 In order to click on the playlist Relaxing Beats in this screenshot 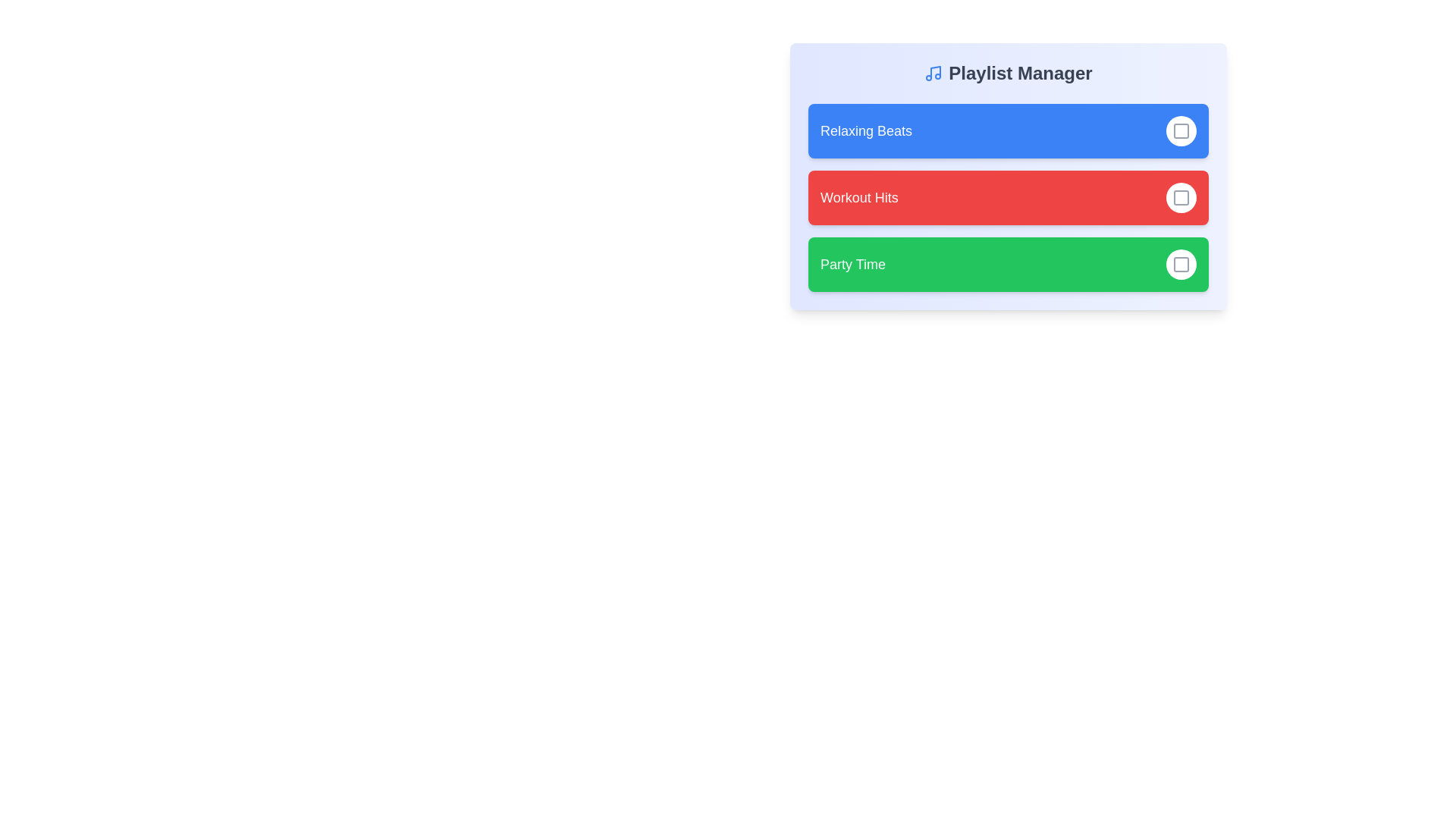, I will do `click(1181, 130)`.